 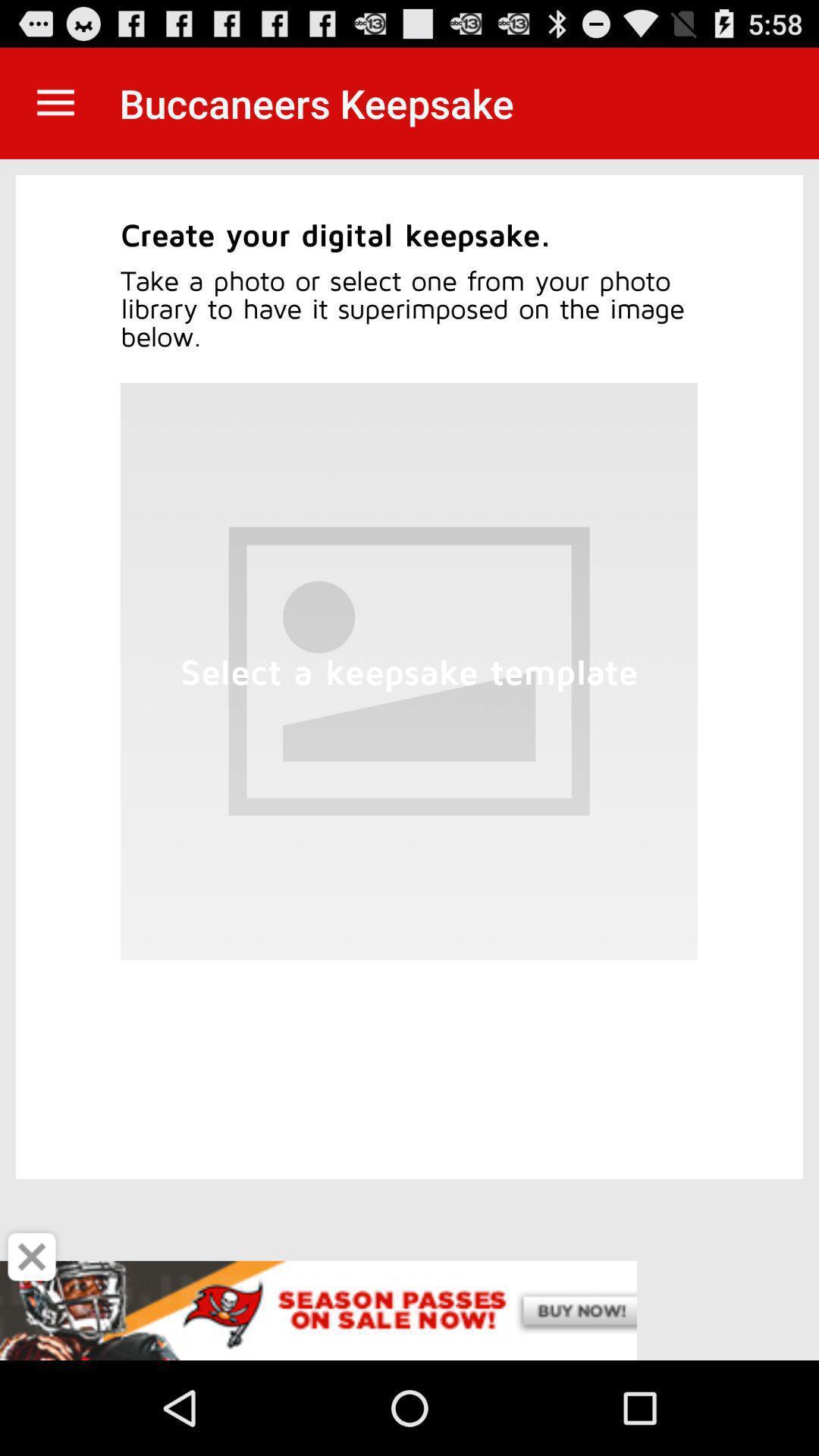 What do you see at coordinates (409, 1310) in the screenshot?
I see `advertisements` at bounding box center [409, 1310].